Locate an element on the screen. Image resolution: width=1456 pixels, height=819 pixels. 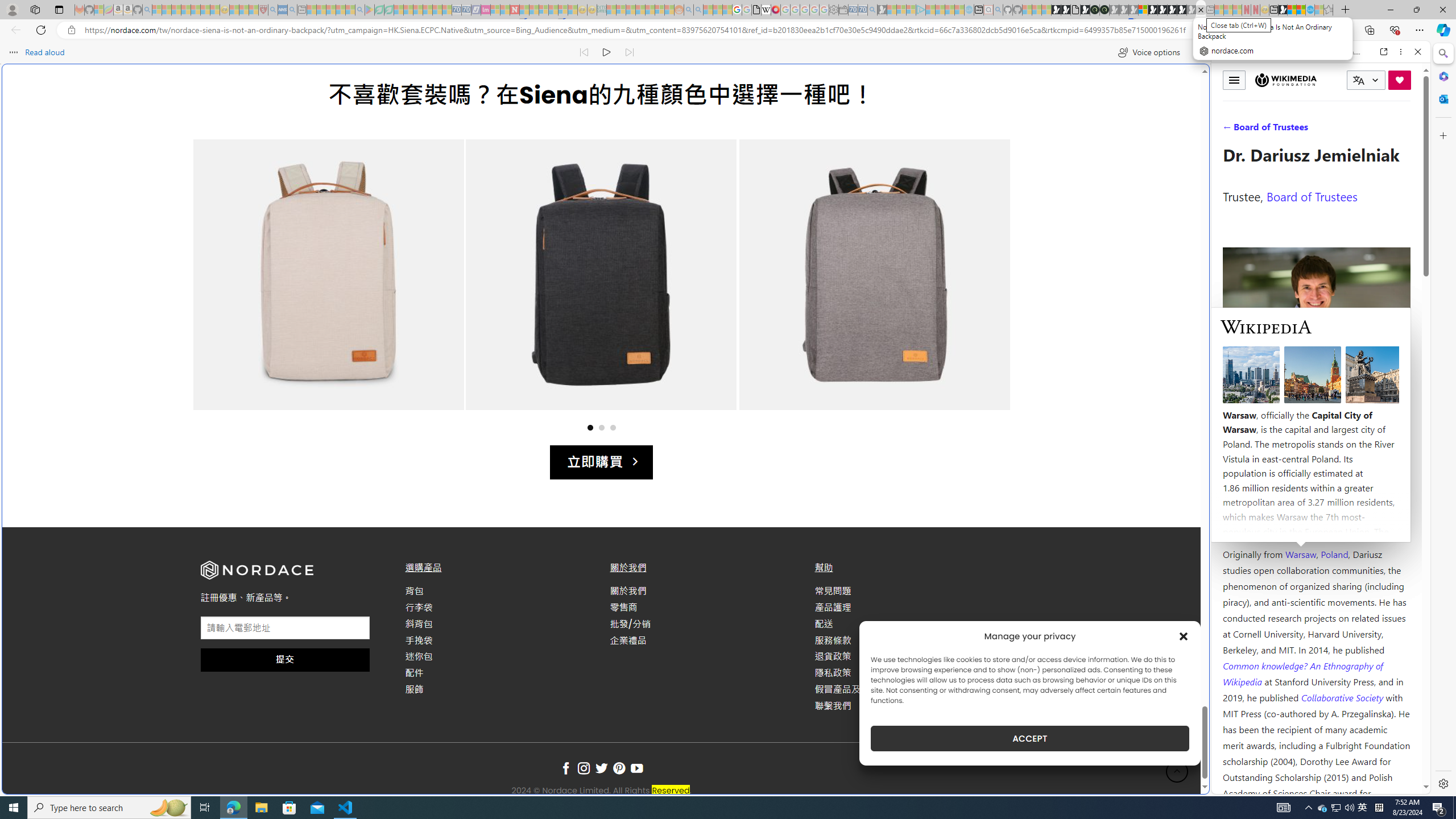
'CURRENT LANGUAGE:' is located at coordinates (1366, 80).